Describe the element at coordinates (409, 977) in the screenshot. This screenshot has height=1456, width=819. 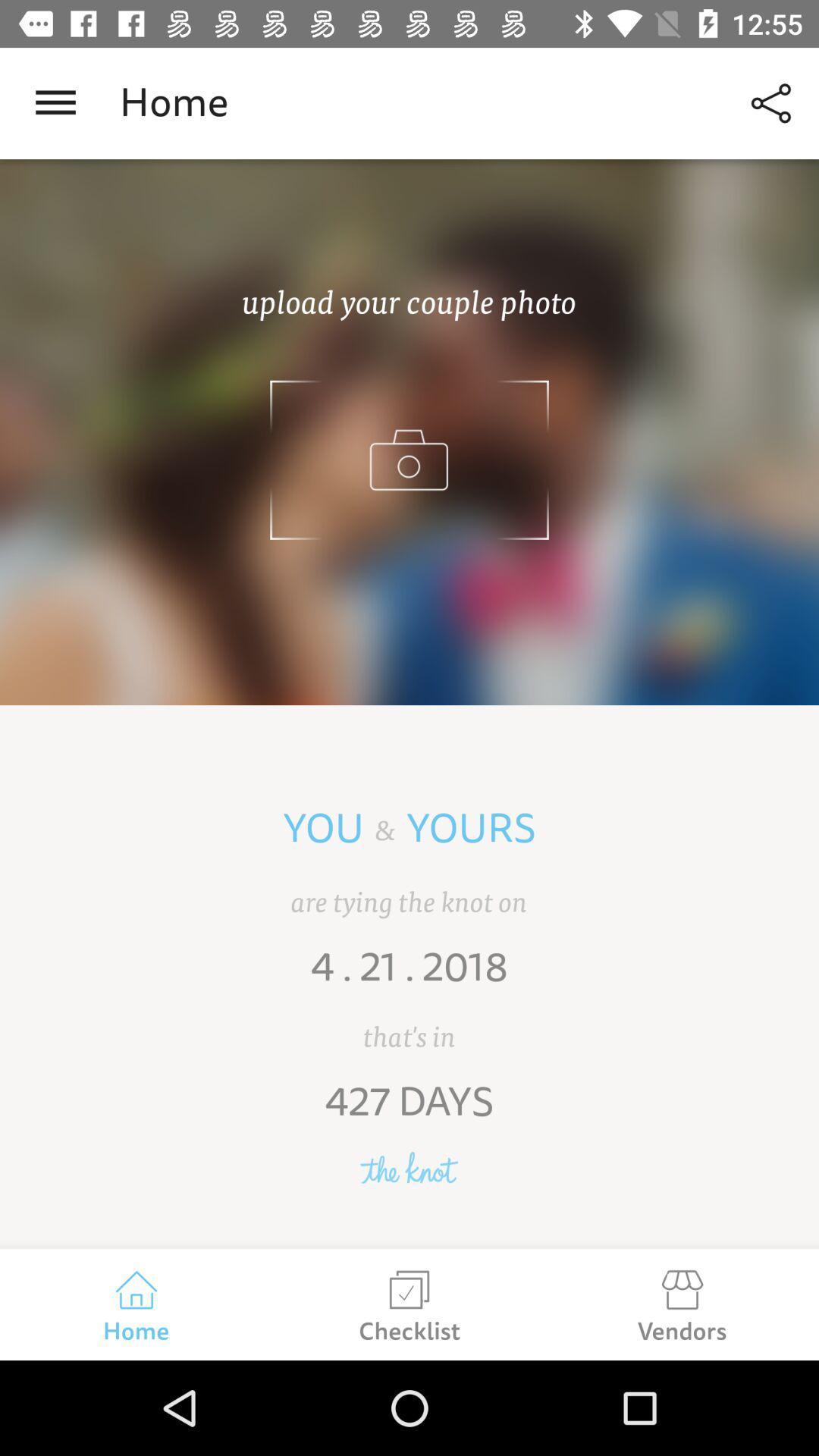
I see `item above the that's in` at that location.